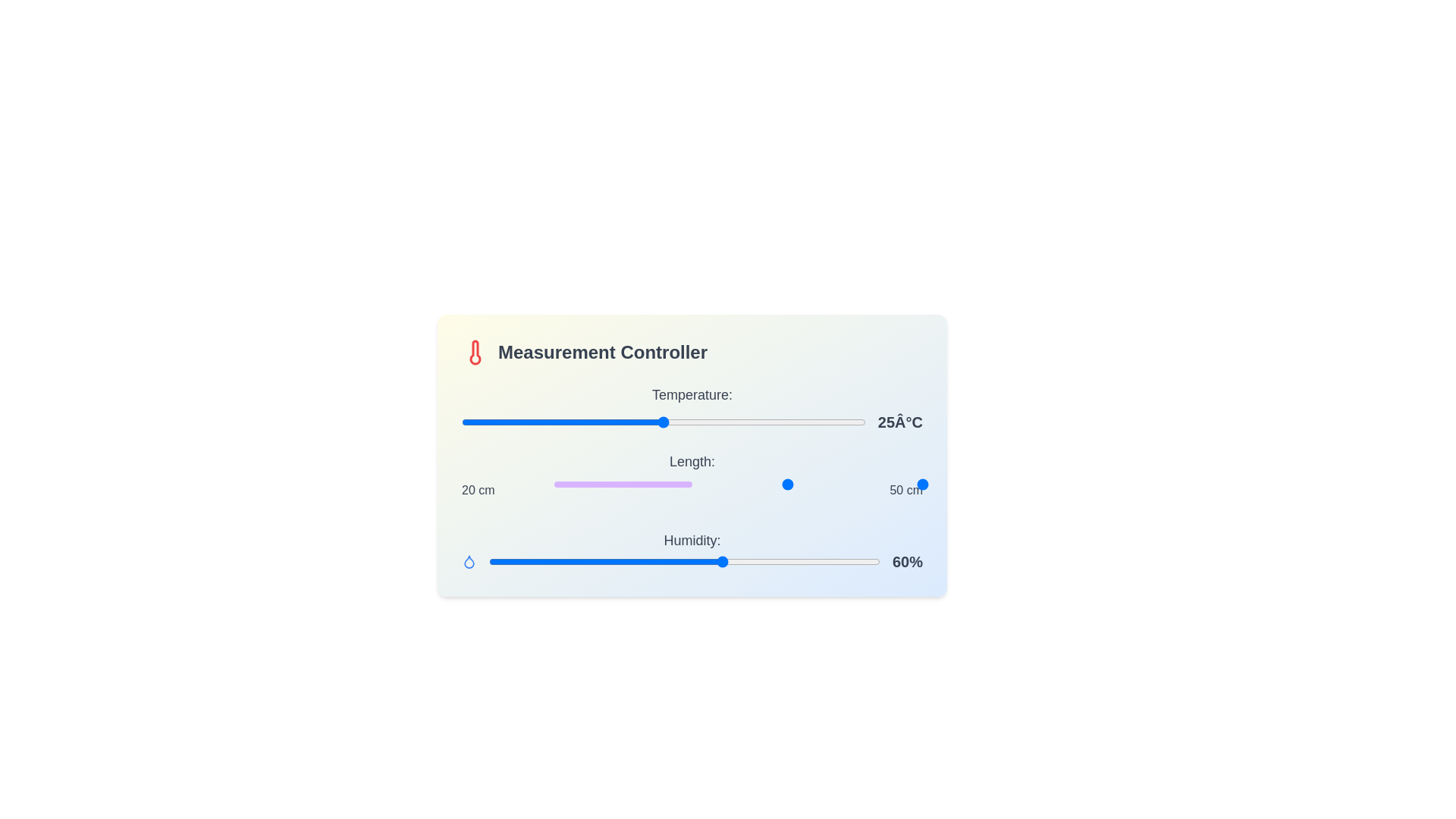 This screenshot has height=819, width=1456. Describe the element at coordinates (900, 422) in the screenshot. I see `the static text label displaying '25Â°C', which is bold and dark gray, located to the right of the temperature slider` at that location.